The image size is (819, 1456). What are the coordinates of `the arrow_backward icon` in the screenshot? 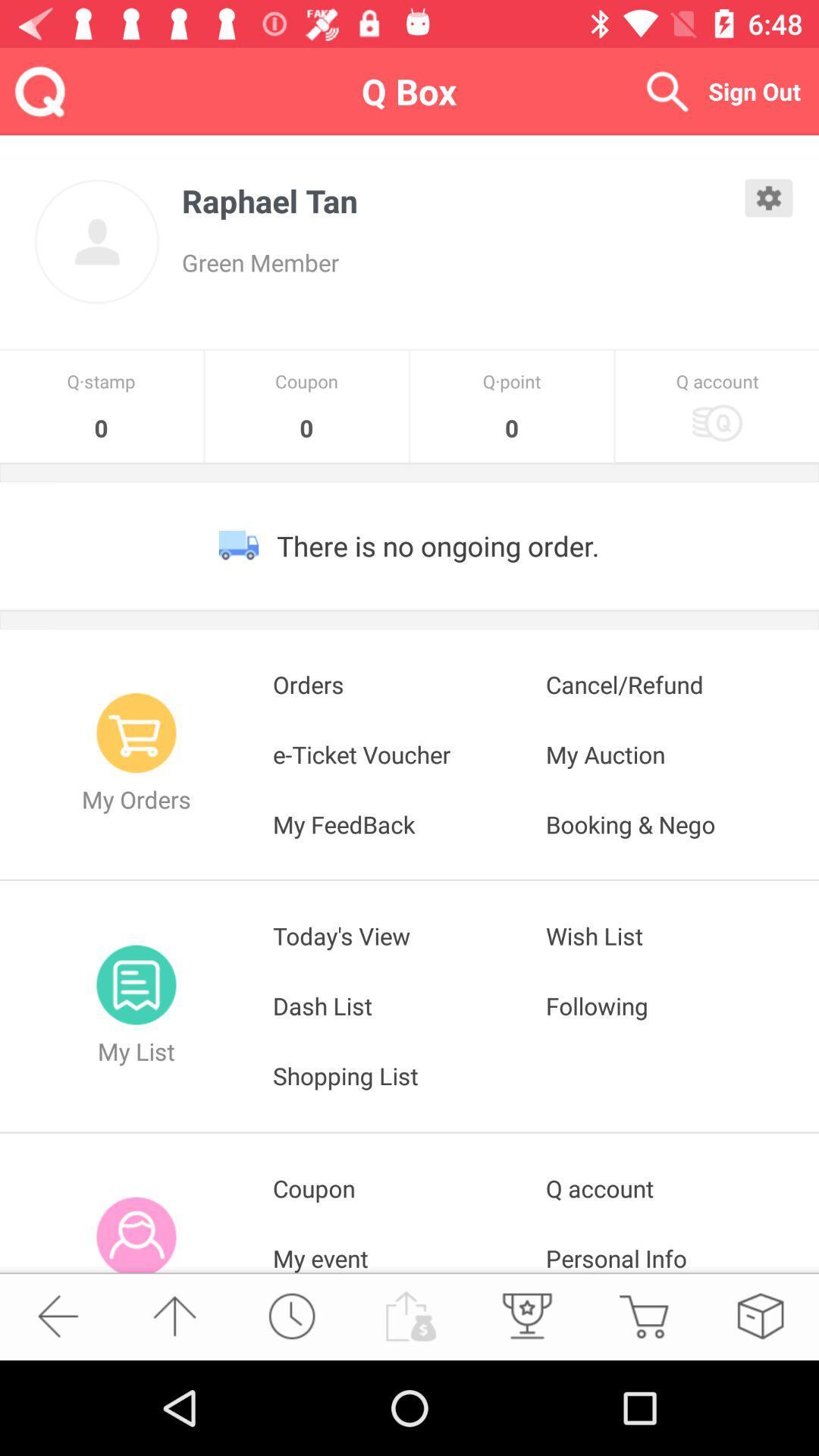 It's located at (57, 1315).